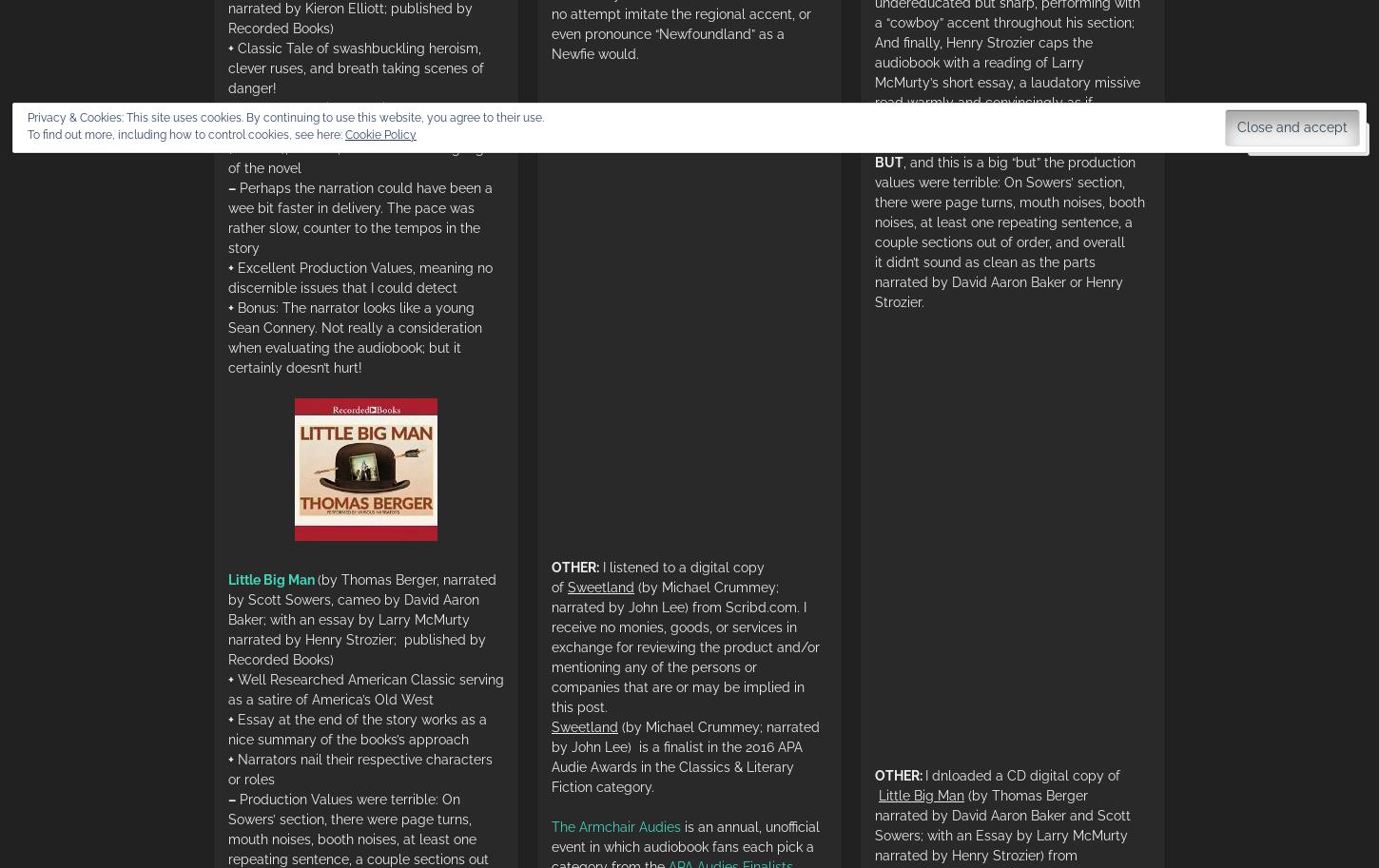 The height and width of the screenshot is (868, 1379). What do you see at coordinates (364, 688) in the screenshot?
I see `'Well Researched American Classic serving as a satire of America’s Old West'` at bounding box center [364, 688].